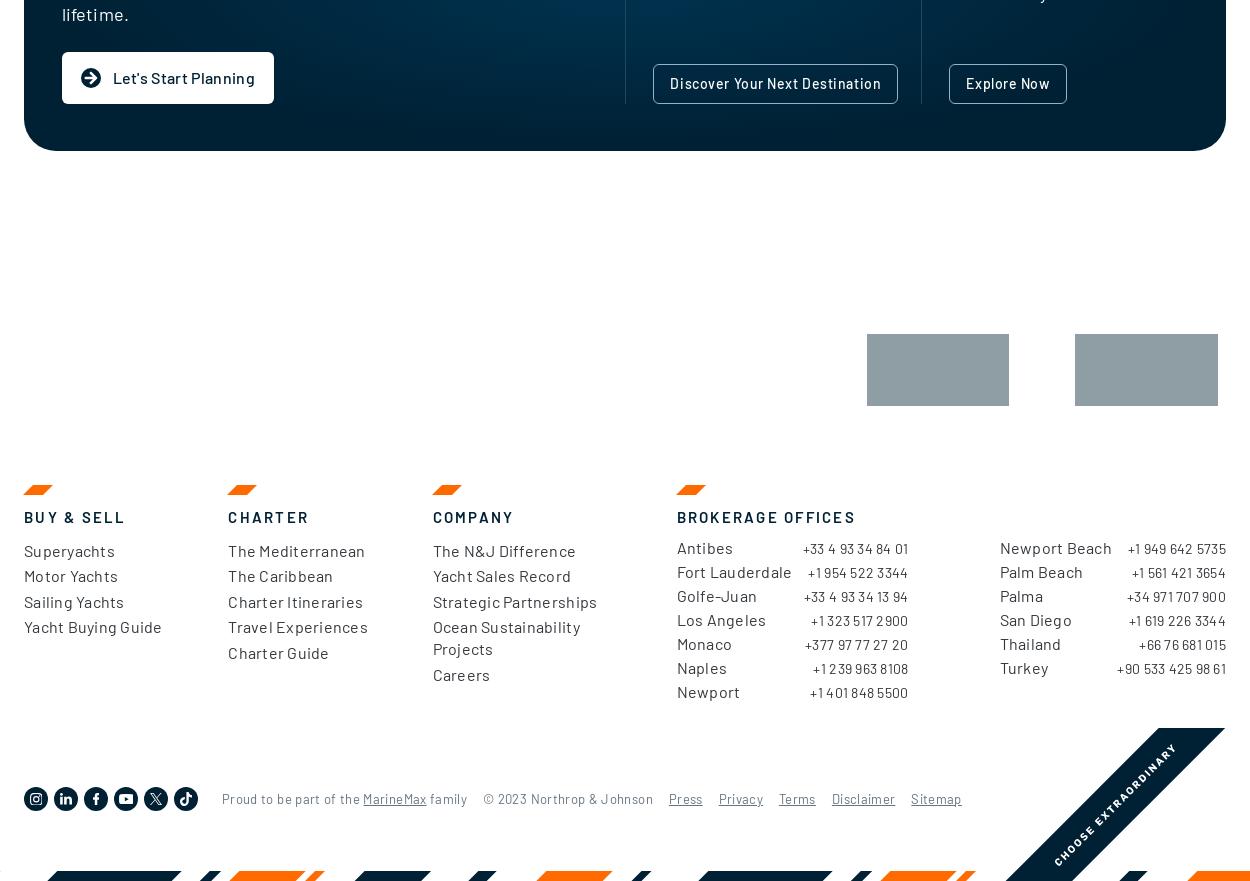 The height and width of the screenshot is (881, 1250). What do you see at coordinates (296, 548) in the screenshot?
I see `'The Mediterranean'` at bounding box center [296, 548].